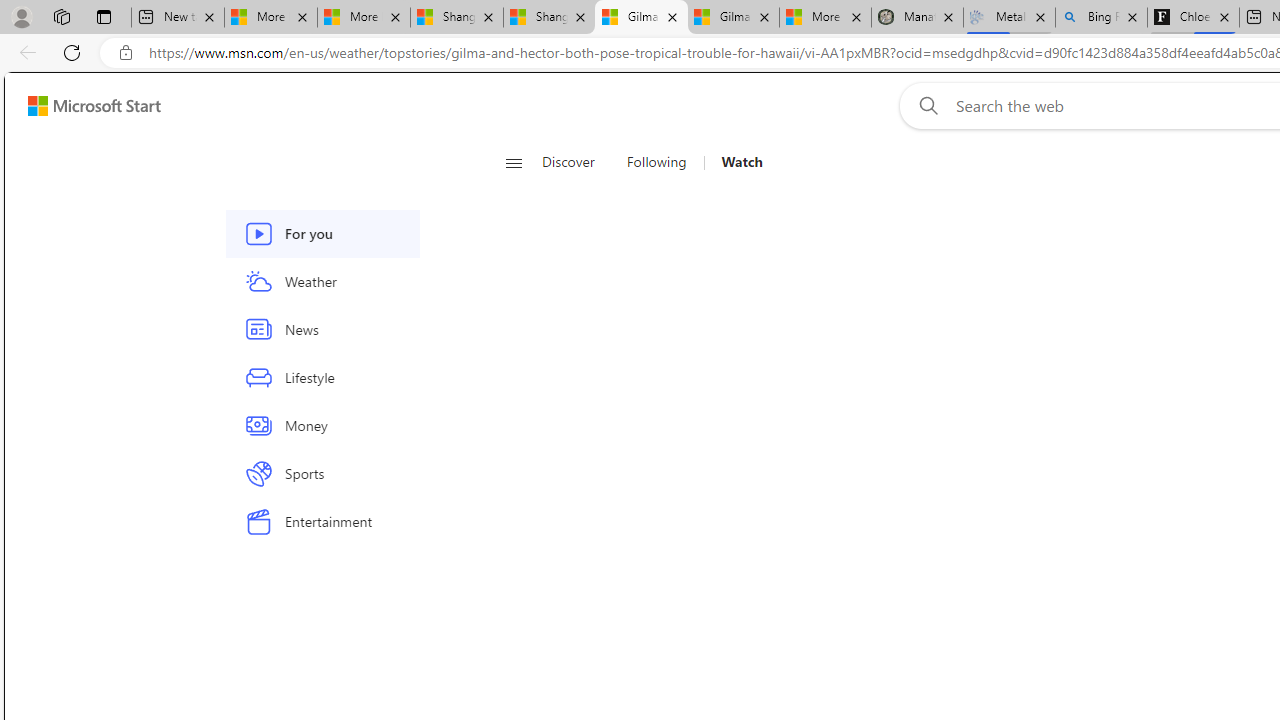 The width and height of the screenshot is (1280, 720). What do you see at coordinates (1100, 17) in the screenshot?
I see `'Bing Real Estate - Home sales and rental listings'` at bounding box center [1100, 17].